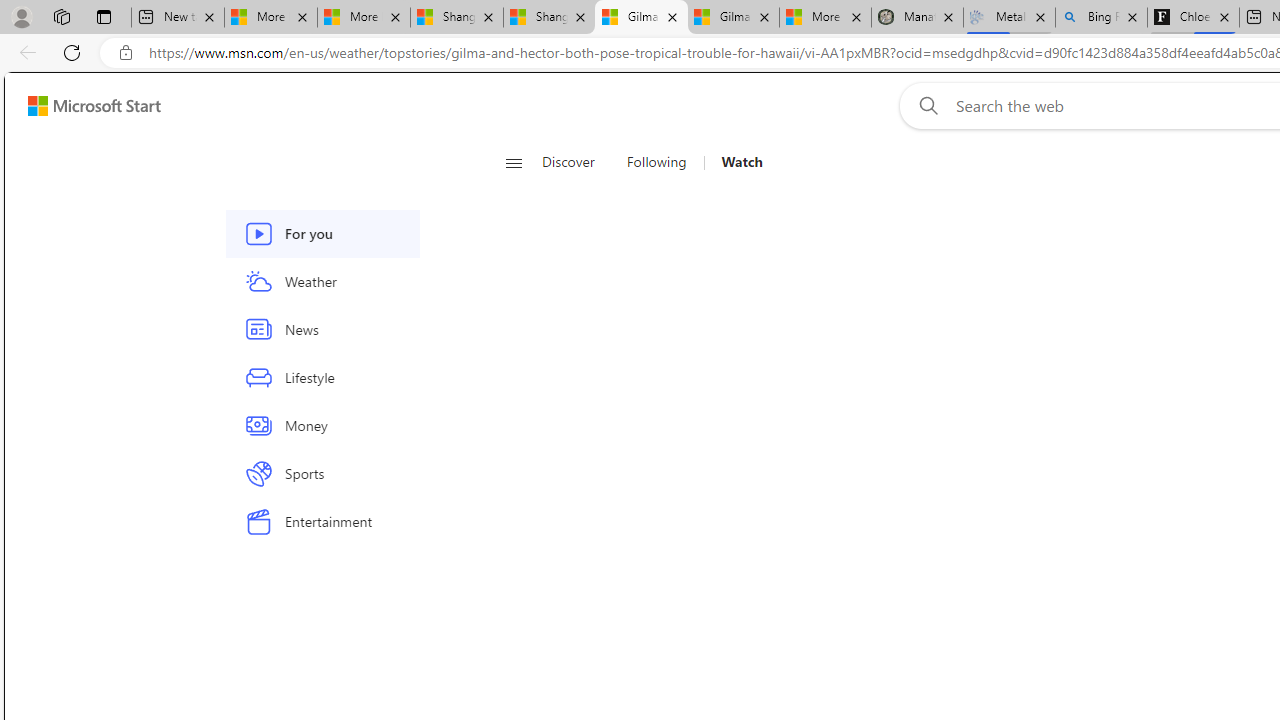 The width and height of the screenshot is (1280, 720). What do you see at coordinates (1100, 17) in the screenshot?
I see `'Bing Real Estate - Home sales and rental listings'` at bounding box center [1100, 17].